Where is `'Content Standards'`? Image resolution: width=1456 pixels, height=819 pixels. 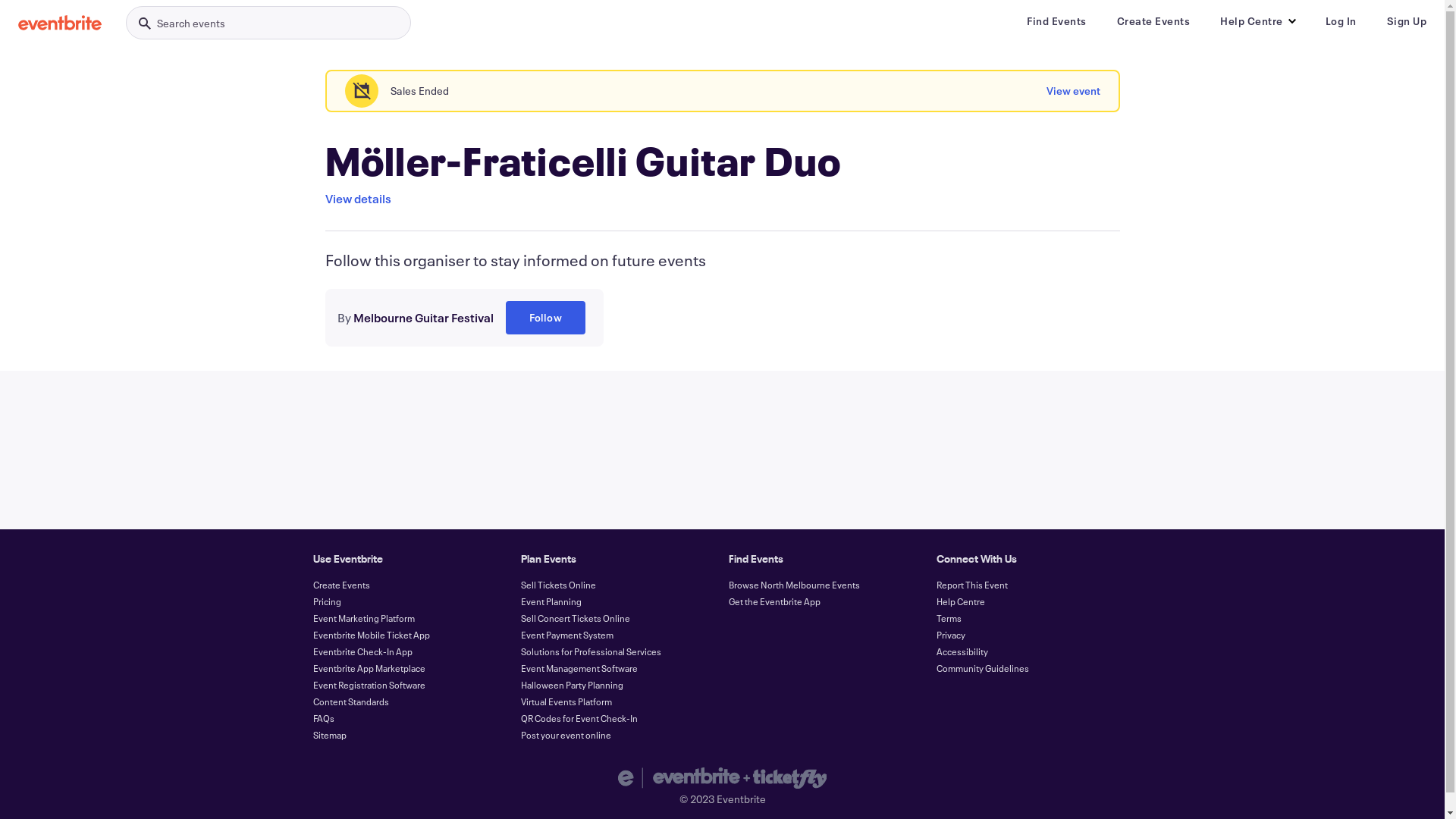
'Content Standards' is located at coordinates (312, 701).